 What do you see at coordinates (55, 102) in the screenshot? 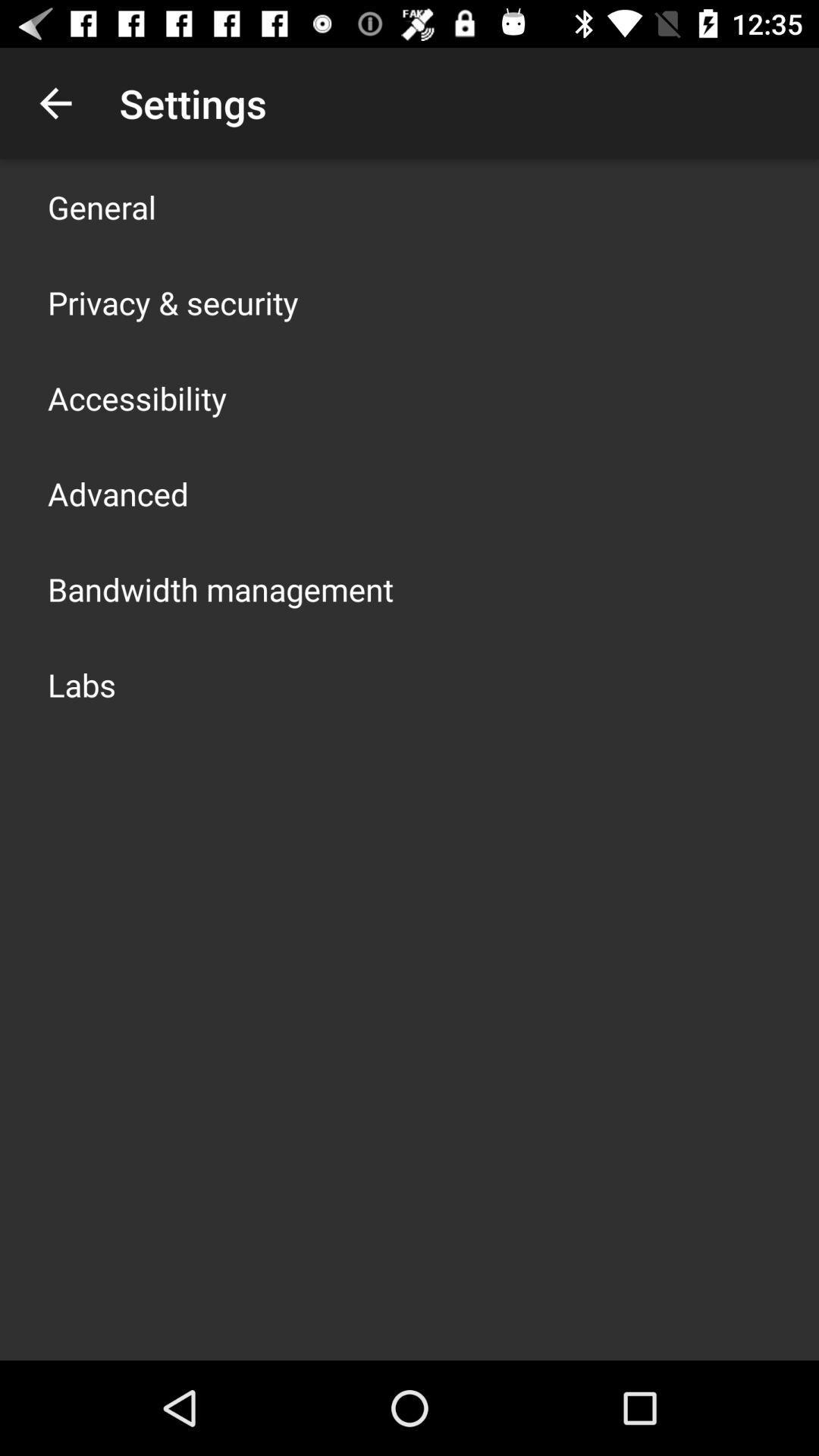
I see `the app to the left of settings icon` at bounding box center [55, 102].